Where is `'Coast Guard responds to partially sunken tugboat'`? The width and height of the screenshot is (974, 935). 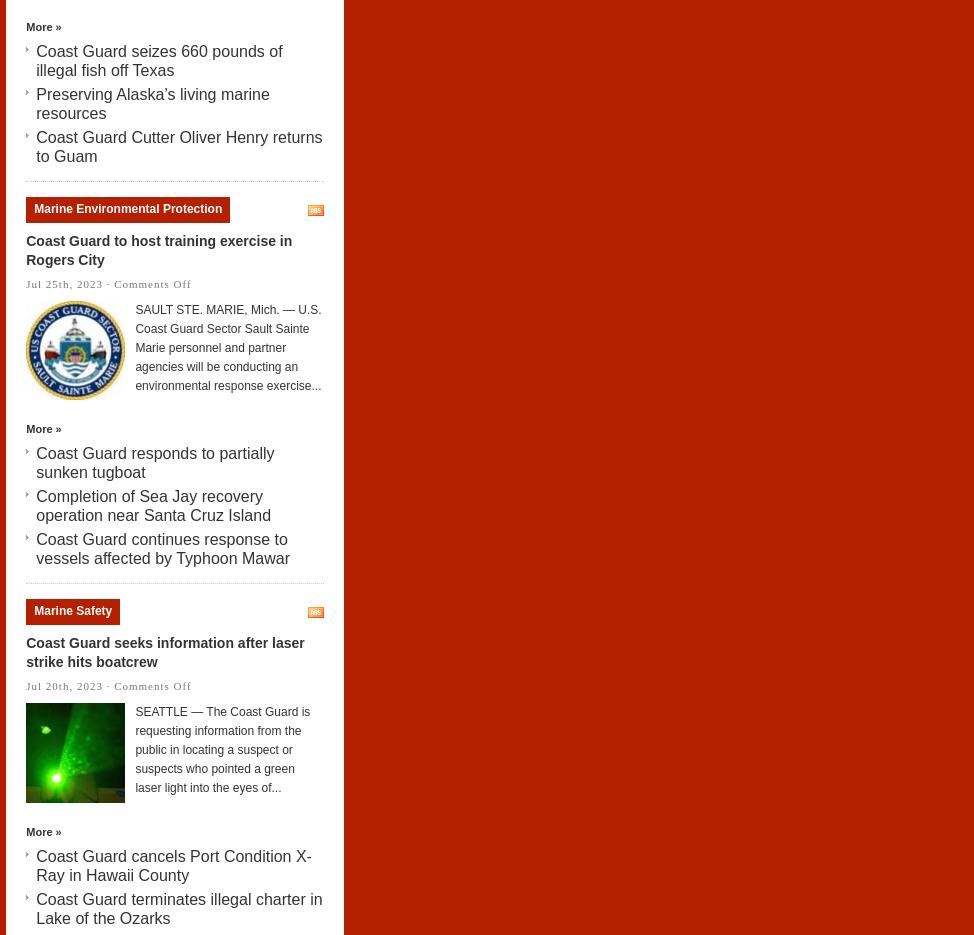 'Coast Guard responds to partially sunken tugboat' is located at coordinates (153, 462).